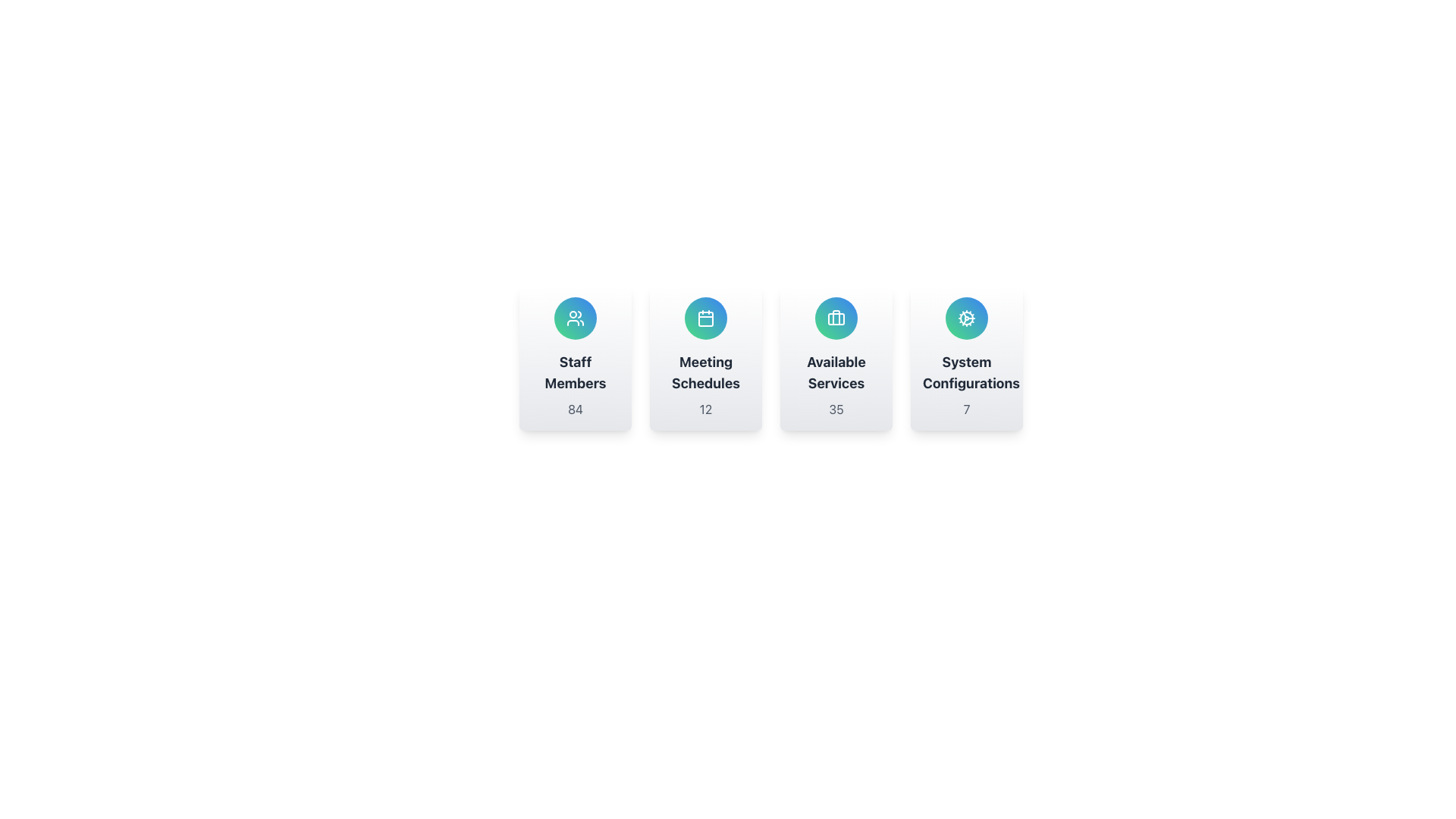 This screenshot has width=1456, height=819. What do you see at coordinates (966, 318) in the screenshot?
I see `the cogwheel icon located at the center of the circular background in the 'System Configurations' card` at bounding box center [966, 318].